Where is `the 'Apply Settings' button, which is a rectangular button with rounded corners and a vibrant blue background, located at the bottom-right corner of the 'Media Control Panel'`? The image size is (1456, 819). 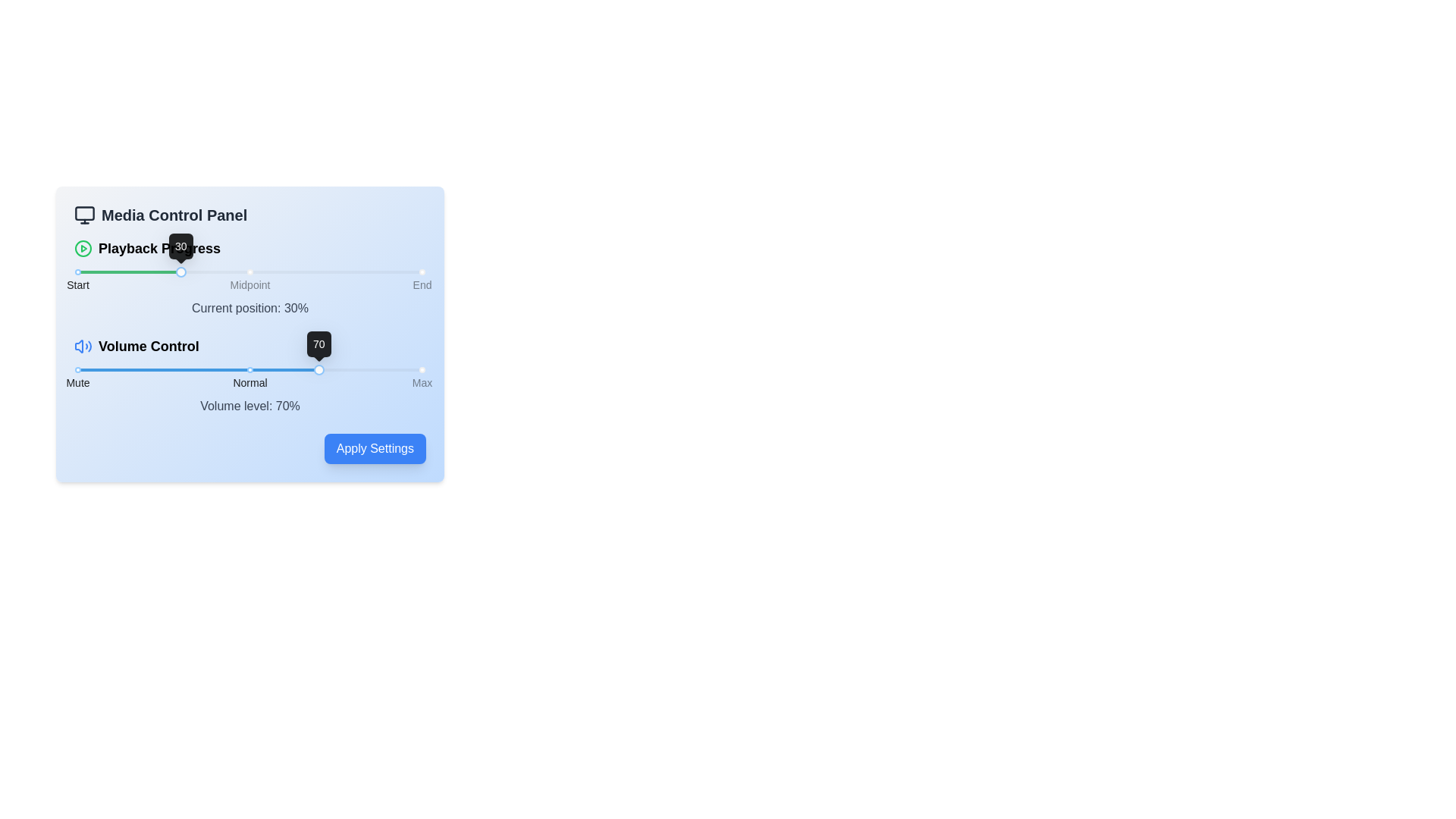
the 'Apply Settings' button, which is a rectangular button with rounded corners and a vibrant blue background, located at the bottom-right corner of the 'Media Control Panel' is located at coordinates (250, 447).